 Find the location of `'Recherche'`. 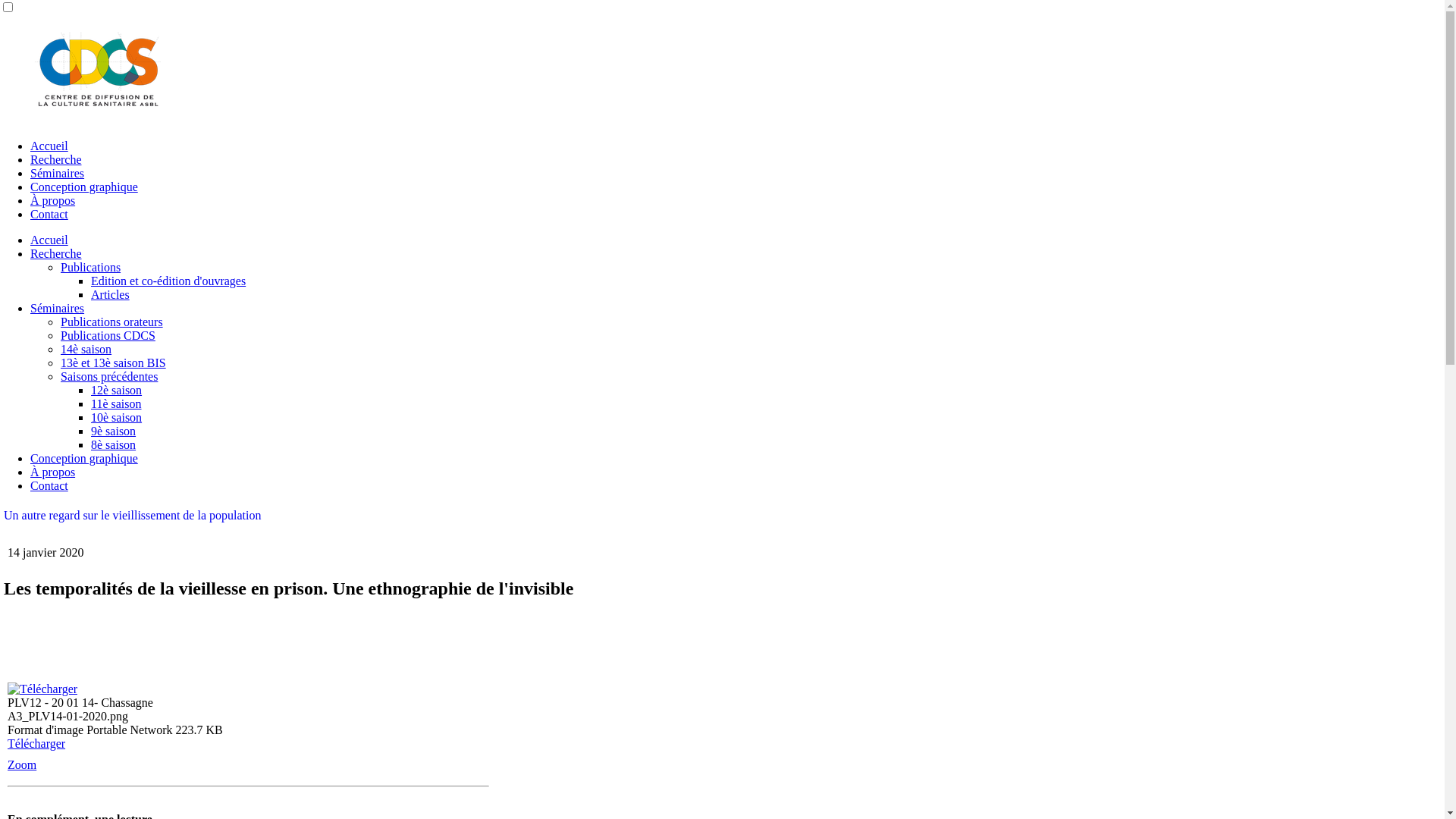

'Recherche' is located at coordinates (55, 253).